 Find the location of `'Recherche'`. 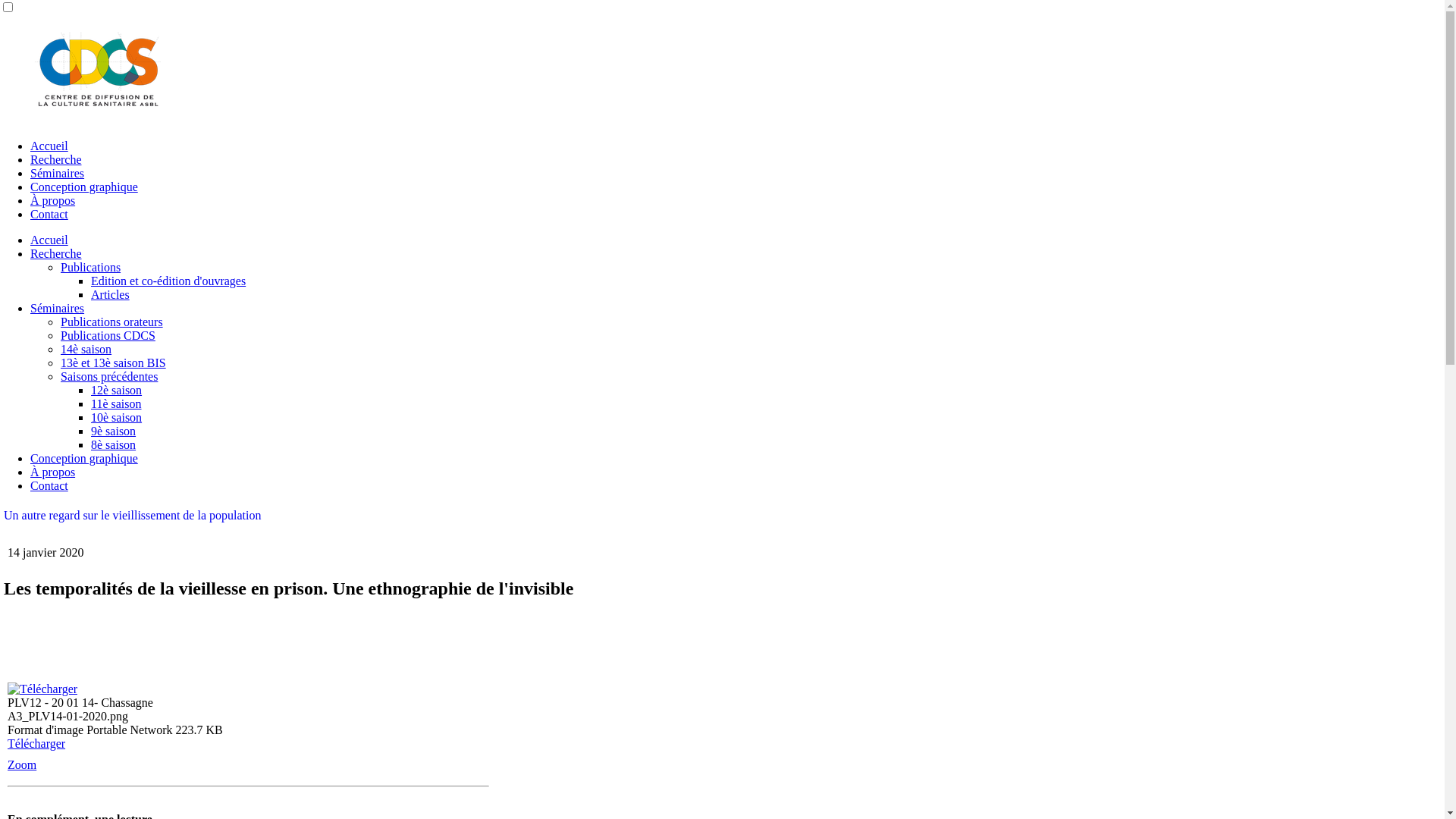

'Recherche' is located at coordinates (55, 253).